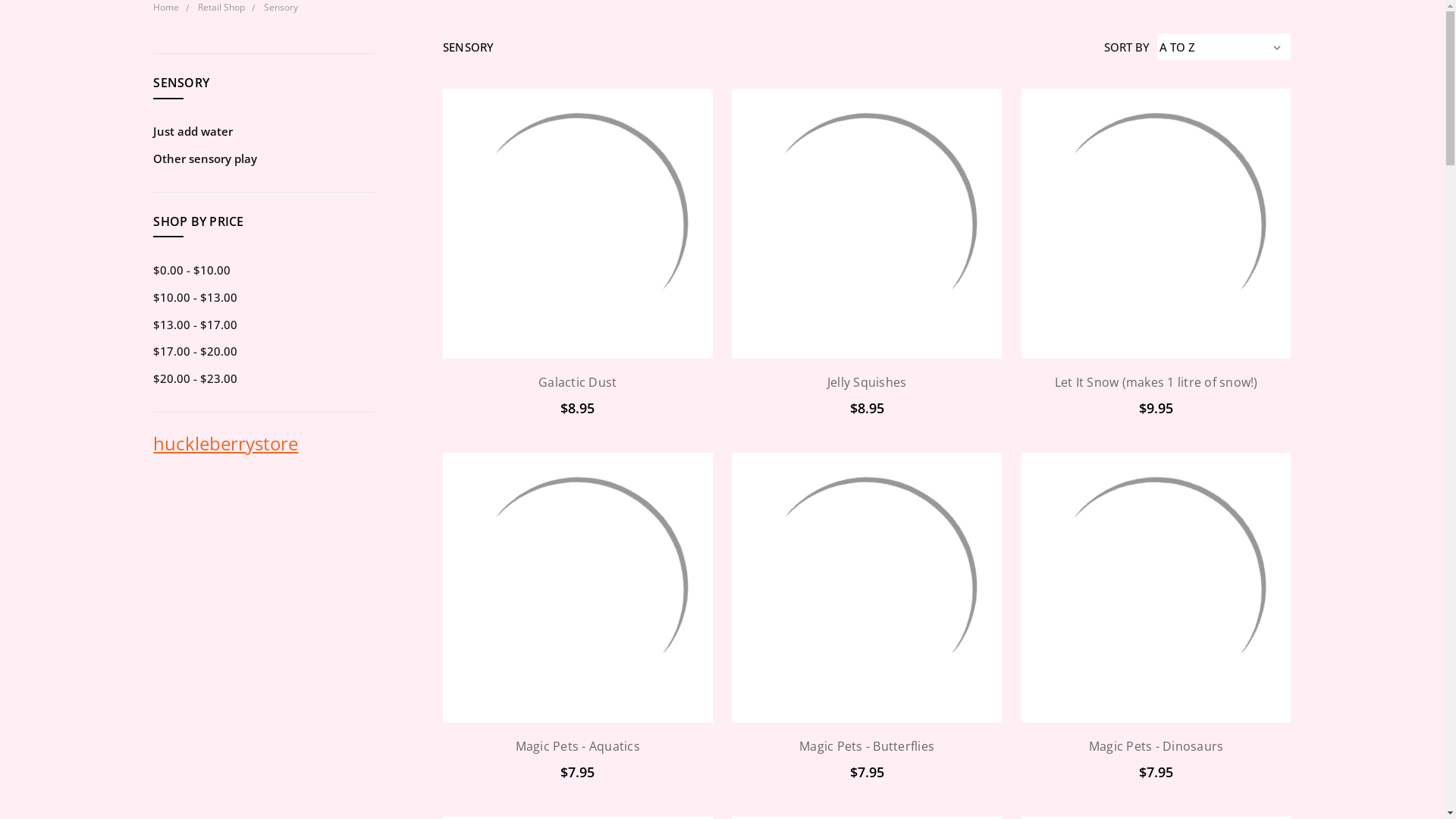  What do you see at coordinates (221, 7) in the screenshot?
I see `'Retail Shop'` at bounding box center [221, 7].